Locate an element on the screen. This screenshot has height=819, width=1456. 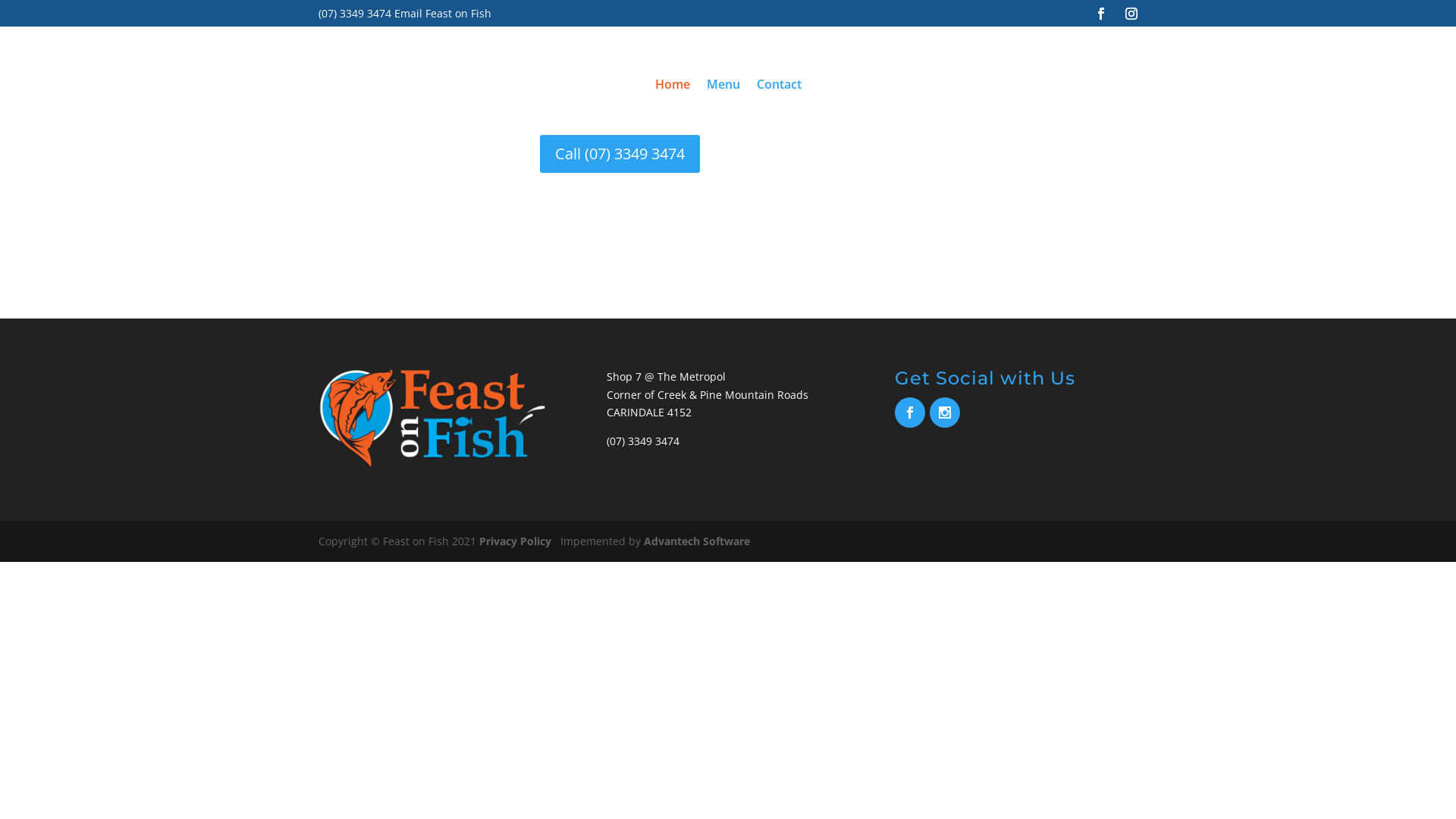
'(07) 3349 3474' is located at coordinates (643, 441).